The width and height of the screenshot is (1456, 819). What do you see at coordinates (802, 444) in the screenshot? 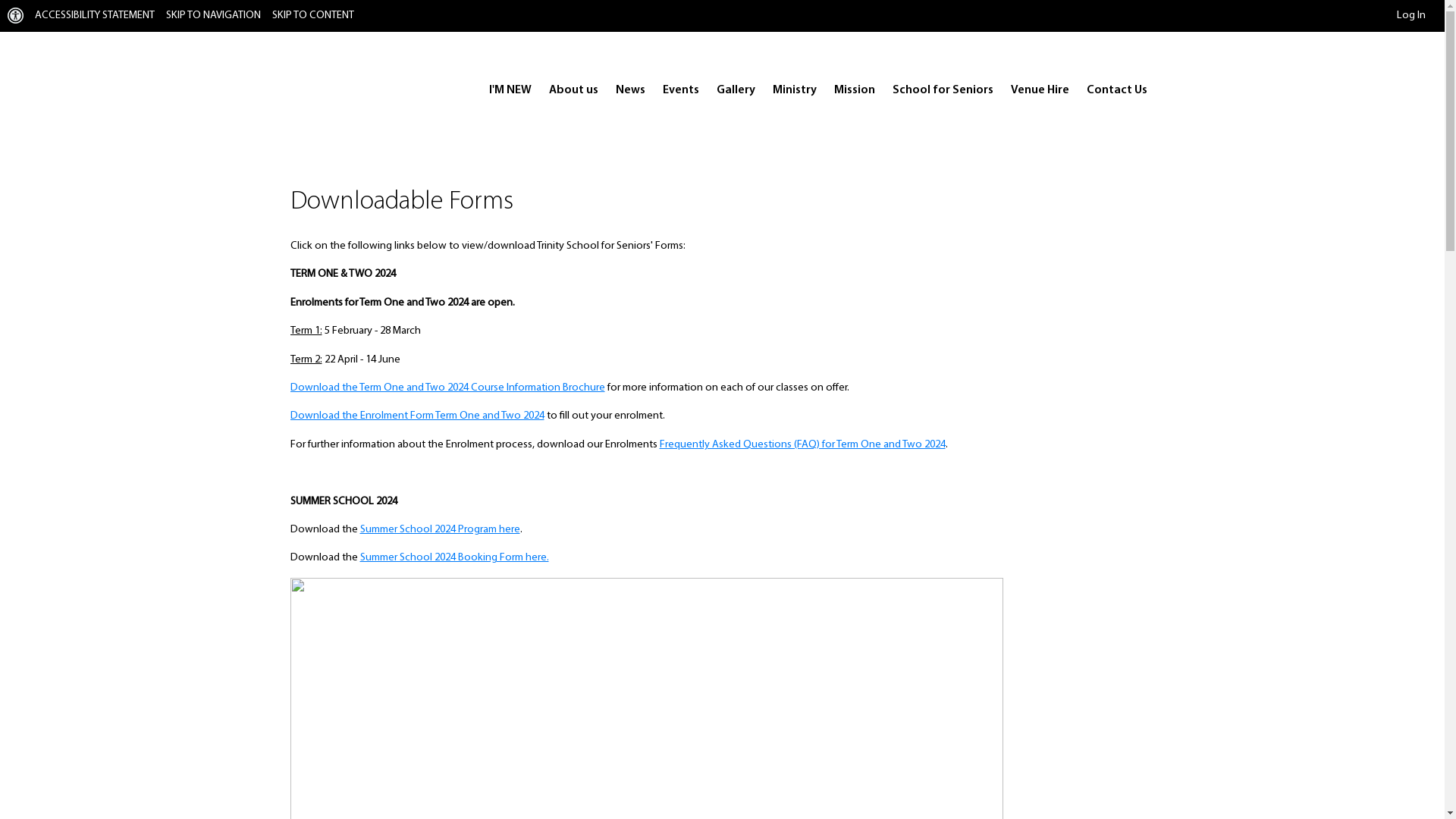
I see `'Frequently Asked Questions (FAQ) for Term One and Two 2024'` at bounding box center [802, 444].